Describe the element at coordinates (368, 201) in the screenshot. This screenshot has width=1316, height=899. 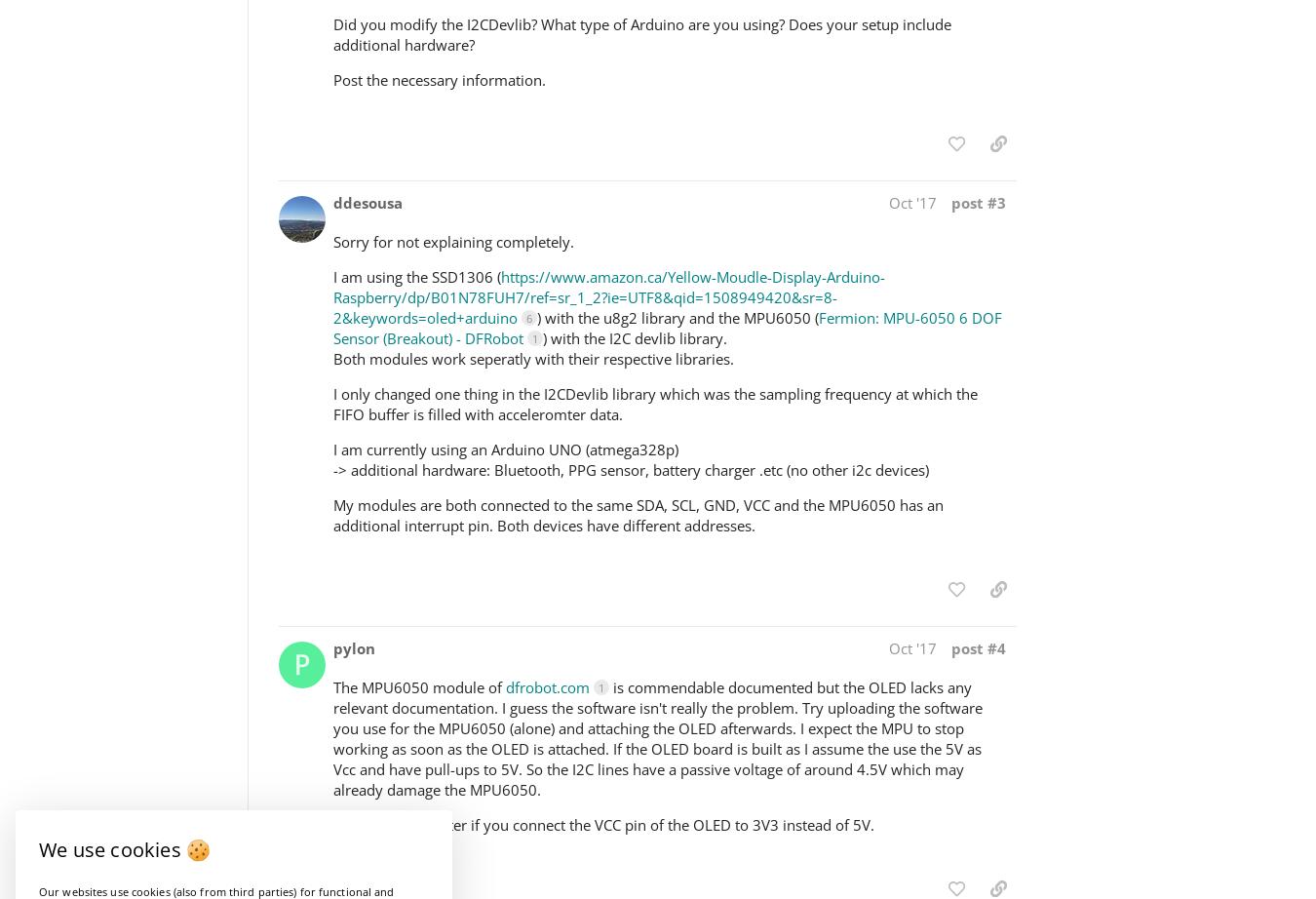
I see `'ddesousa'` at that location.